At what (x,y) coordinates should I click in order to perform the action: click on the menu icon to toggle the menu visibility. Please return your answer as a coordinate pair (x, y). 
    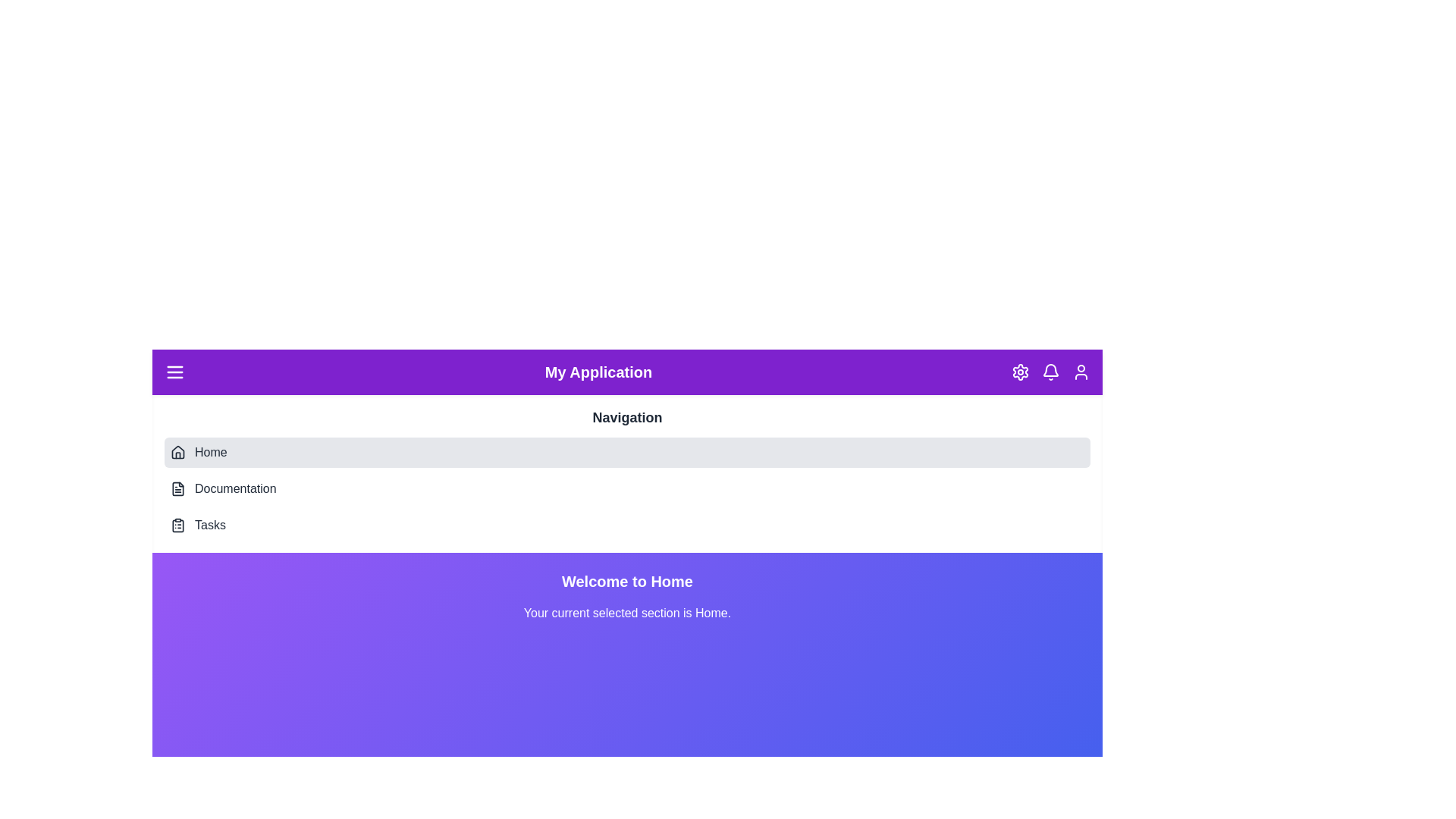
    Looking at the image, I should click on (174, 372).